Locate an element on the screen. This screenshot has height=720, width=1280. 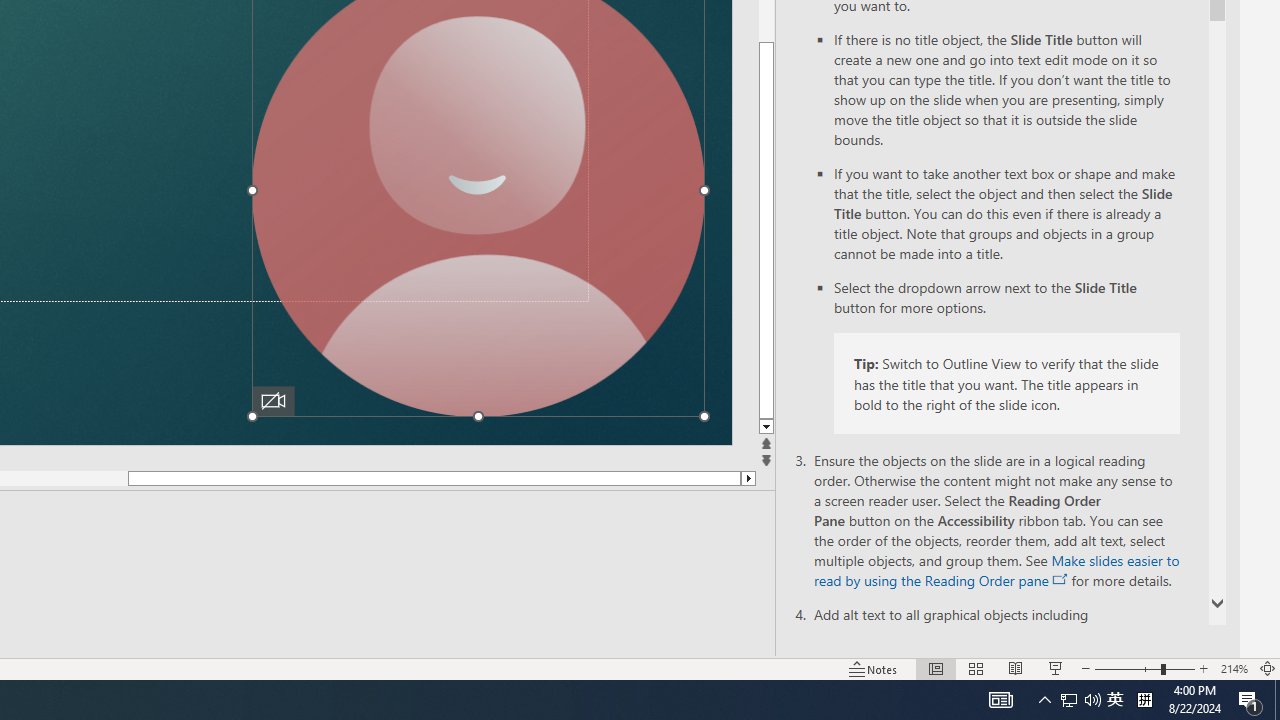
'Zoom 214%' is located at coordinates (1233, 669).